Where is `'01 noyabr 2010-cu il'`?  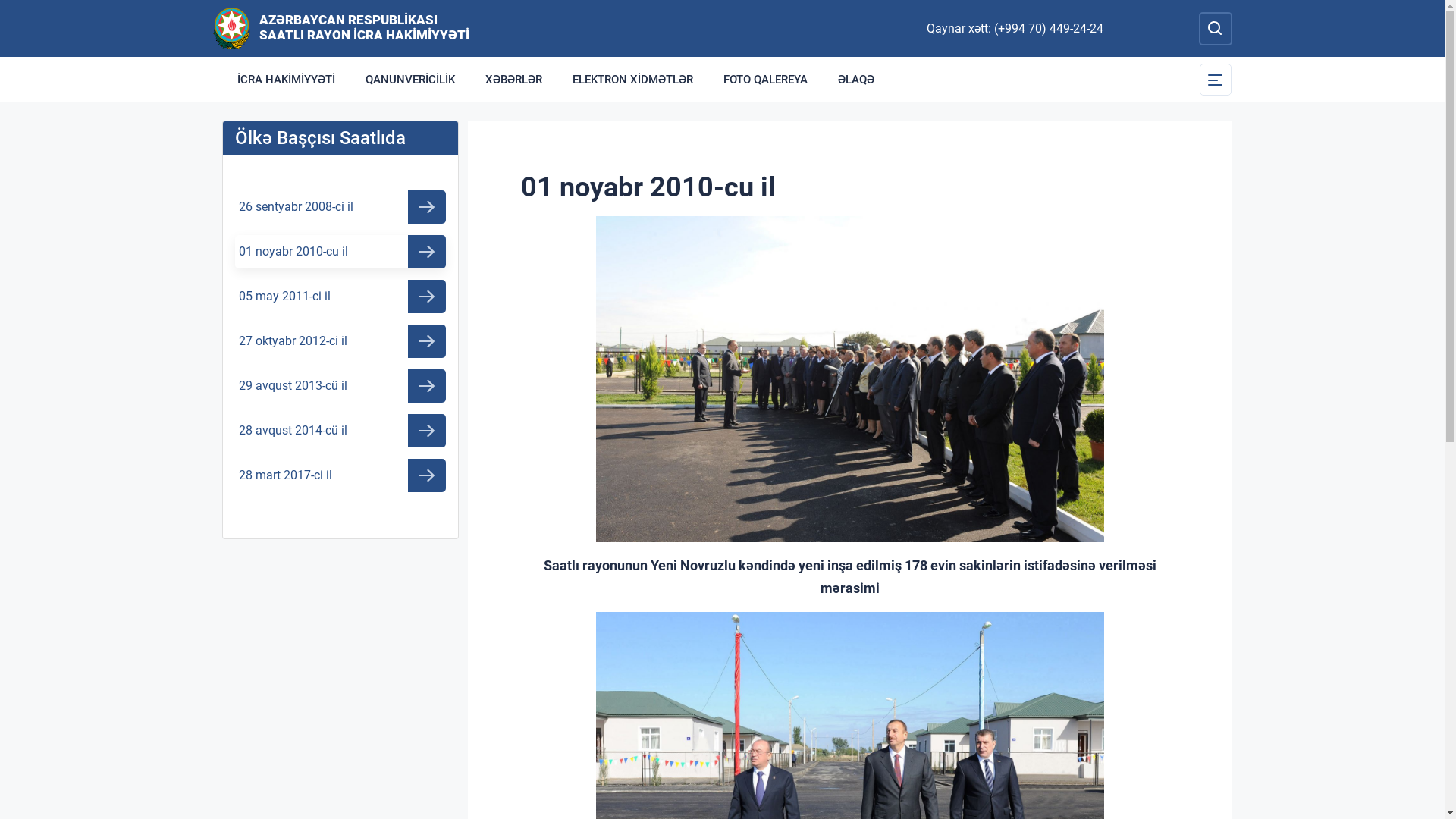 '01 noyabr 2010-cu il' is located at coordinates (340, 250).